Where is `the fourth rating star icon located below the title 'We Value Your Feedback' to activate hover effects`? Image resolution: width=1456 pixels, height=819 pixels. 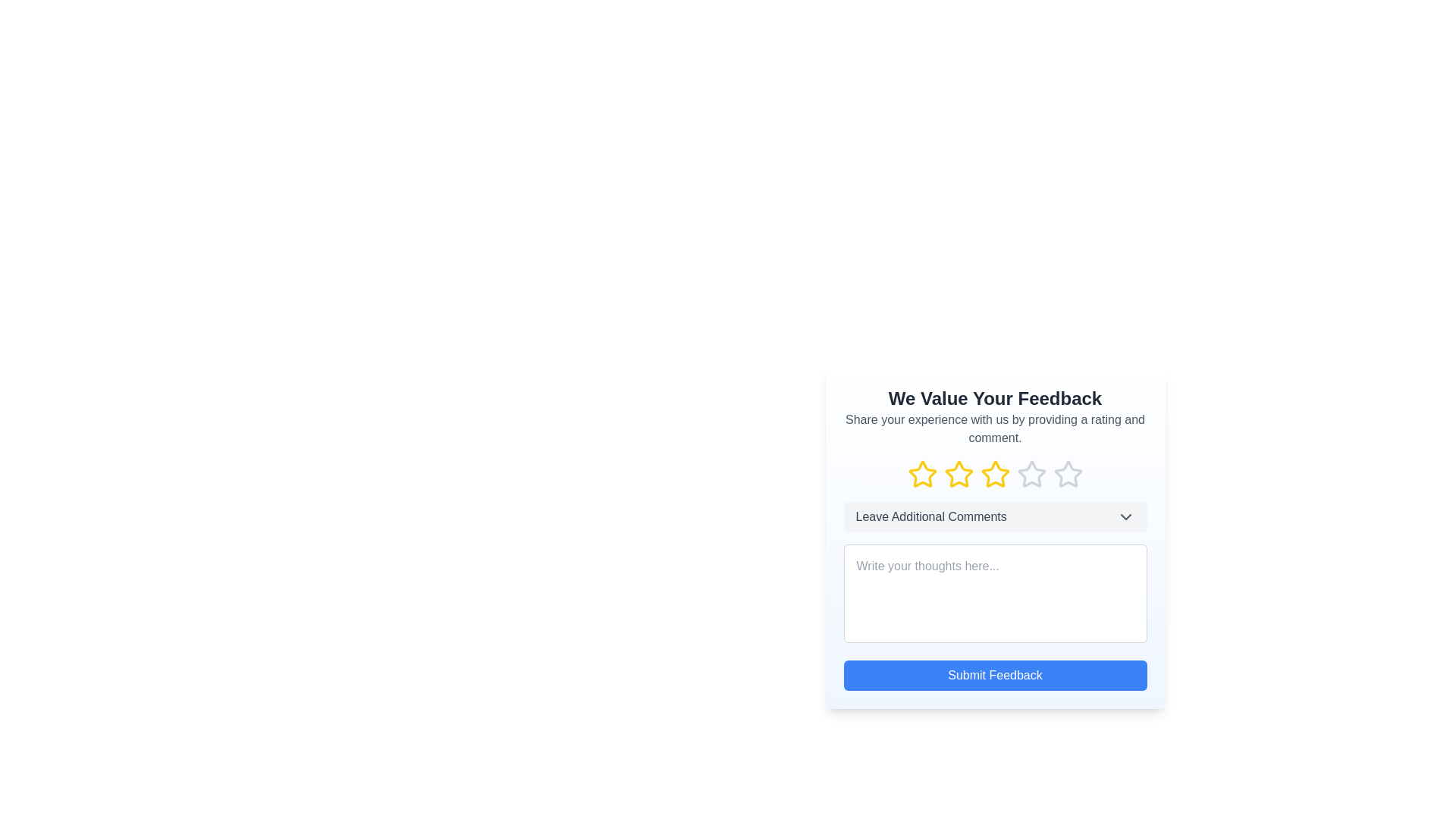 the fourth rating star icon located below the title 'We Value Your Feedback' to activate hover effects is located at coordinates (995, 473).